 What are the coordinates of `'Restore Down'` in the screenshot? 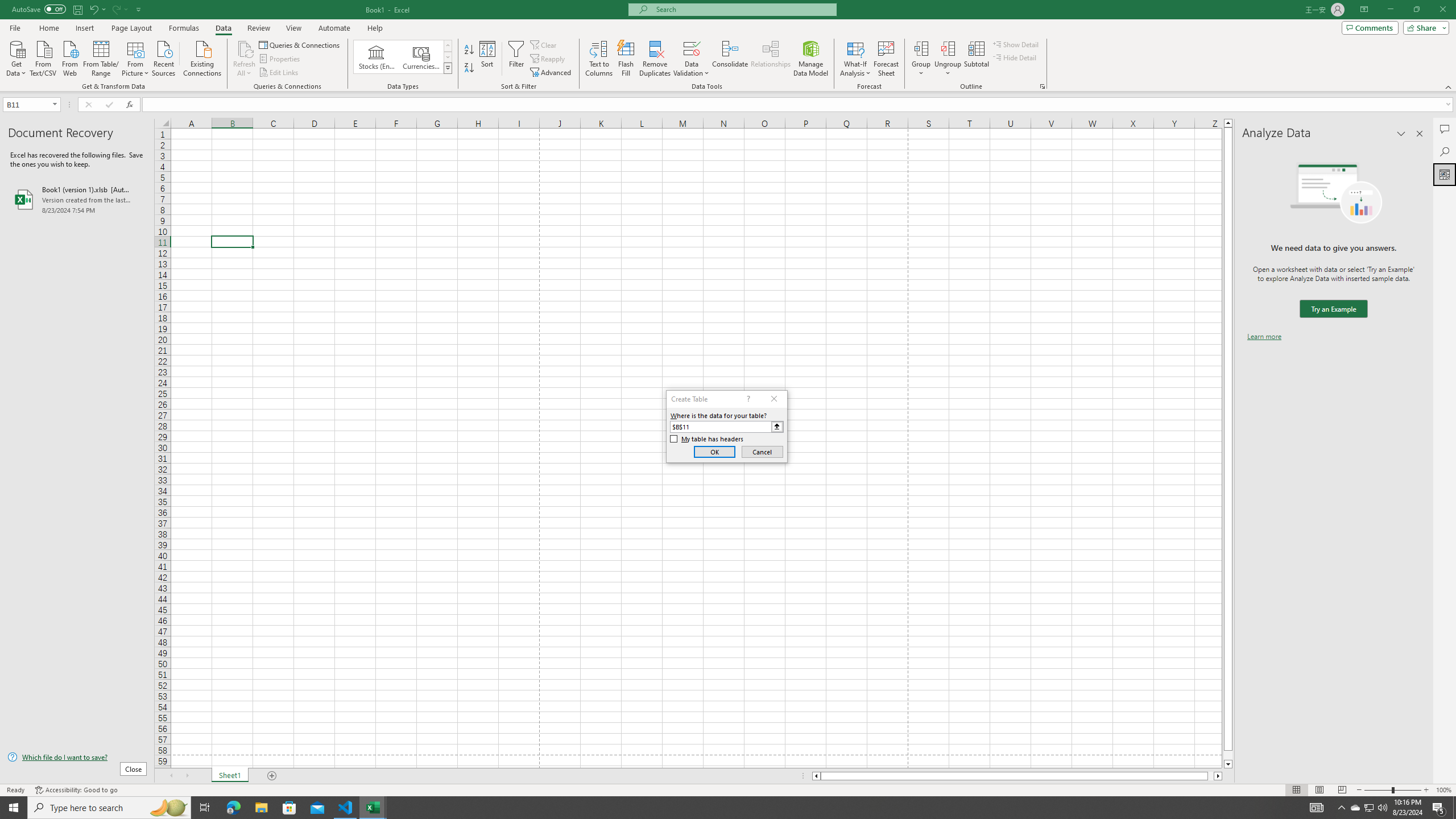 It's located at (1416, 9).